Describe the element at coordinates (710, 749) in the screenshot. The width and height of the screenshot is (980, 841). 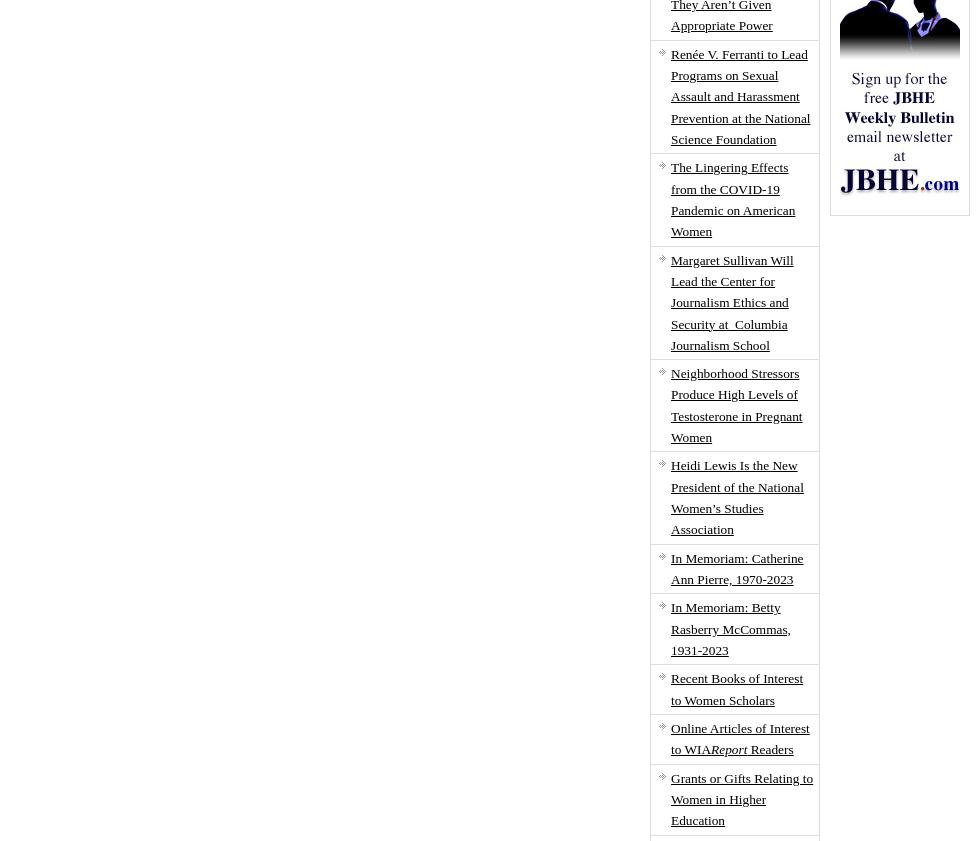
I see `'Report'` at that location.